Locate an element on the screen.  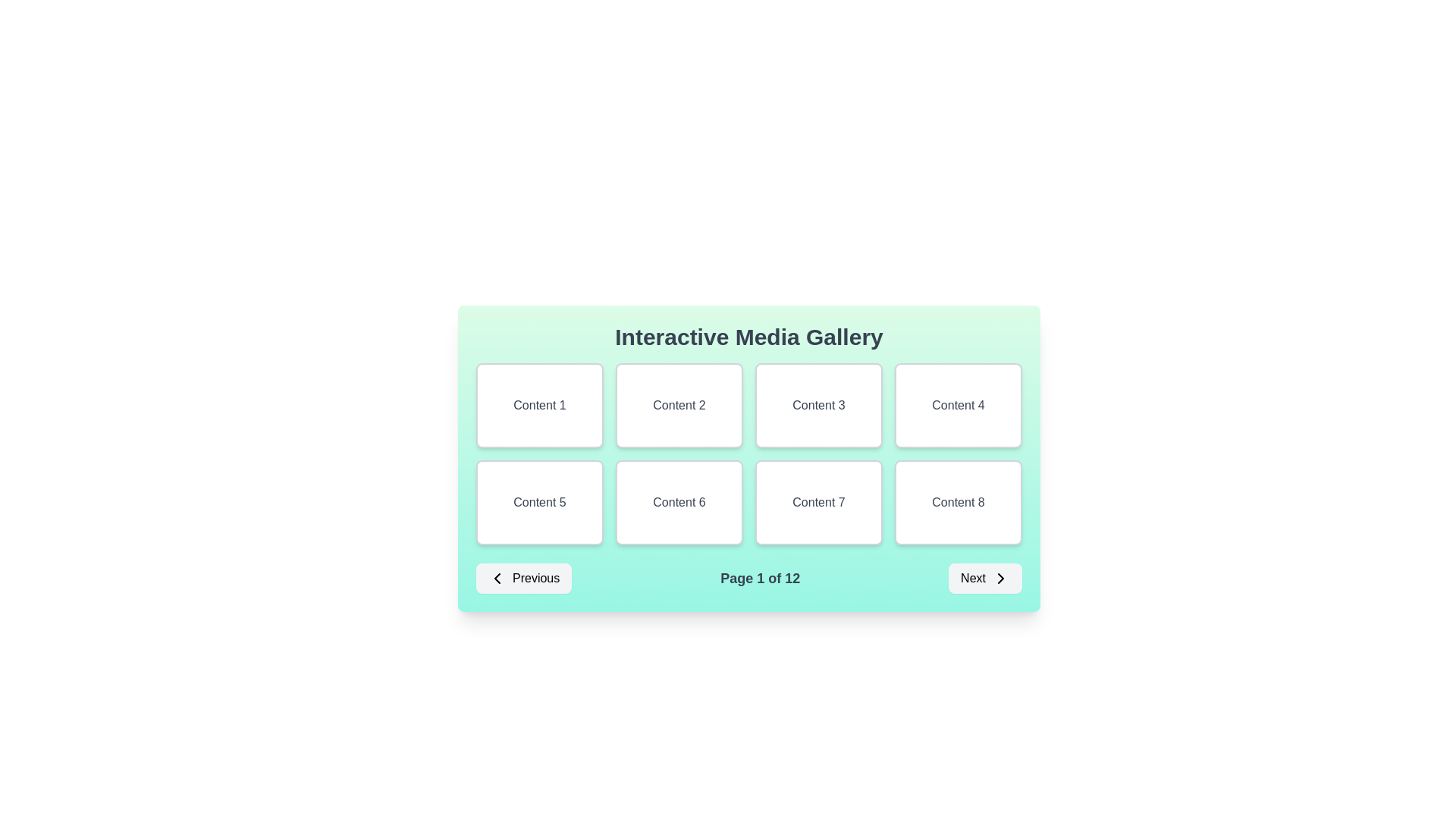
the first item in the grid layout, which is a rectangular static display box with rounded corners, gray border, shadow effect, and contains the text 'Content 1' is located at coordinates (539, 405).